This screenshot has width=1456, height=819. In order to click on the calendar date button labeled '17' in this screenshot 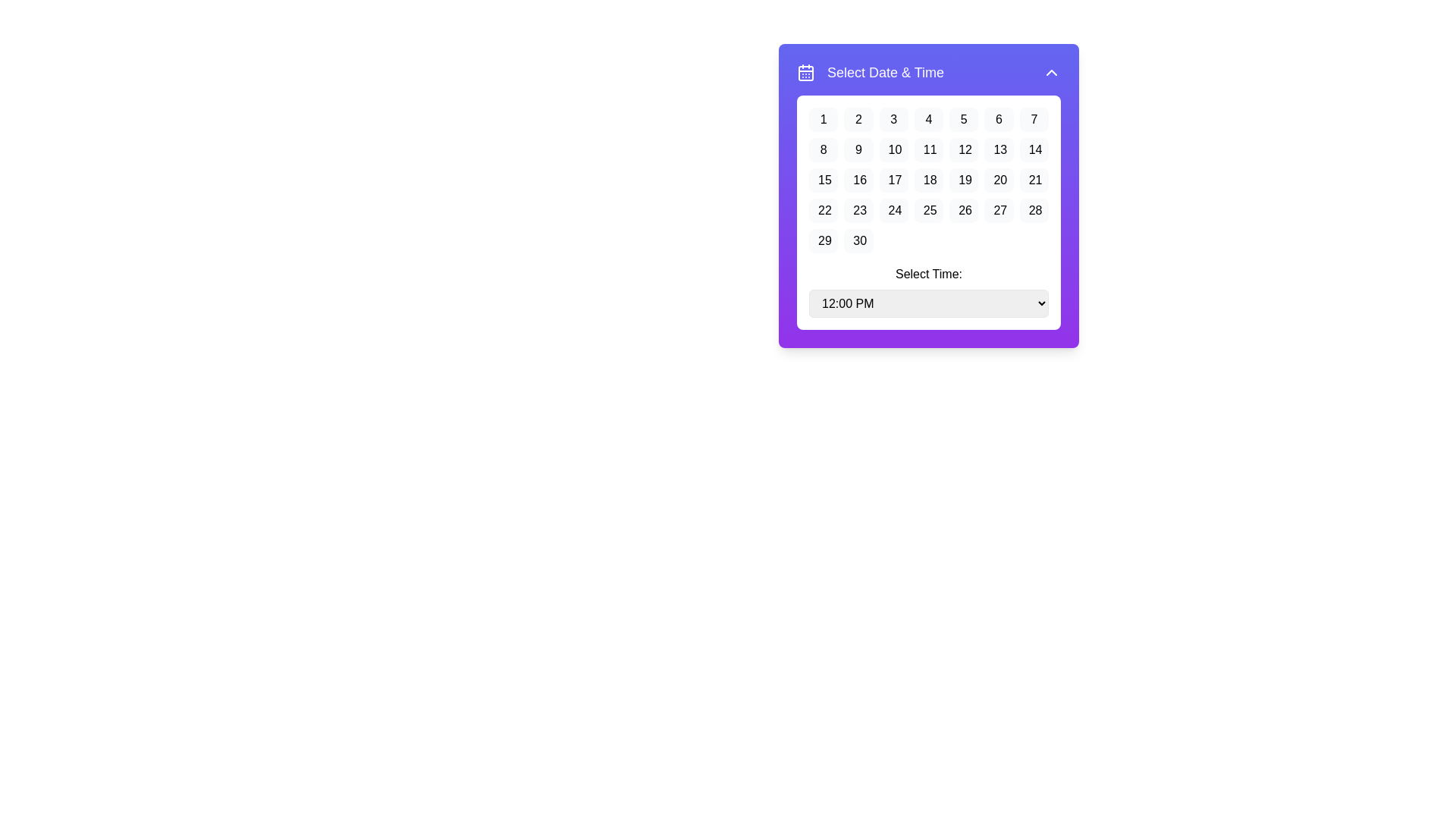, I will do `click(893, 180)`.